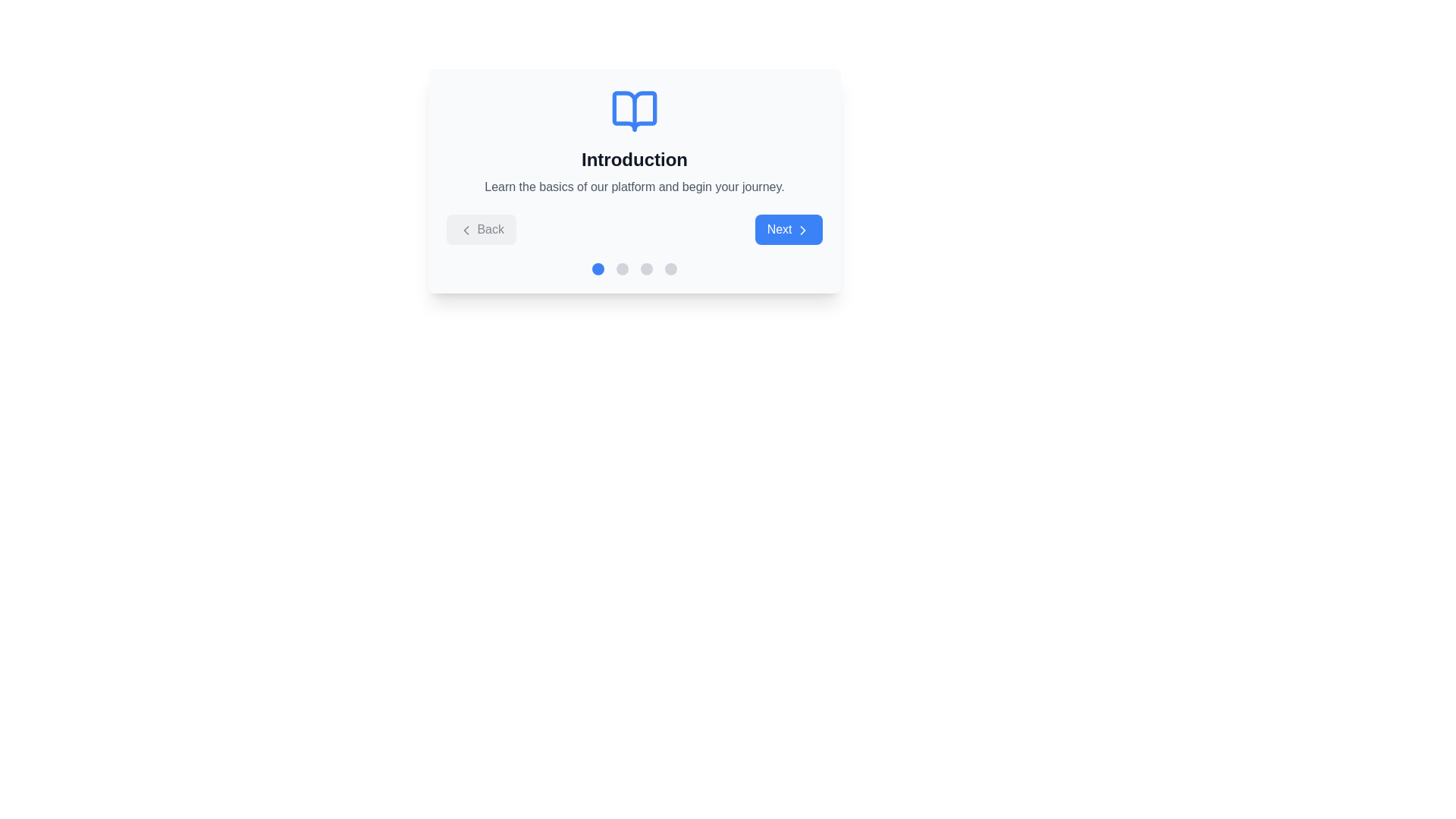 The width and height of the screenshot is (1456, 819). I want to click on the third circular step indicator, which visually represents the current step in a multi-step process, located between the 'Back' and 'Next' buttons, so click(647, 268).